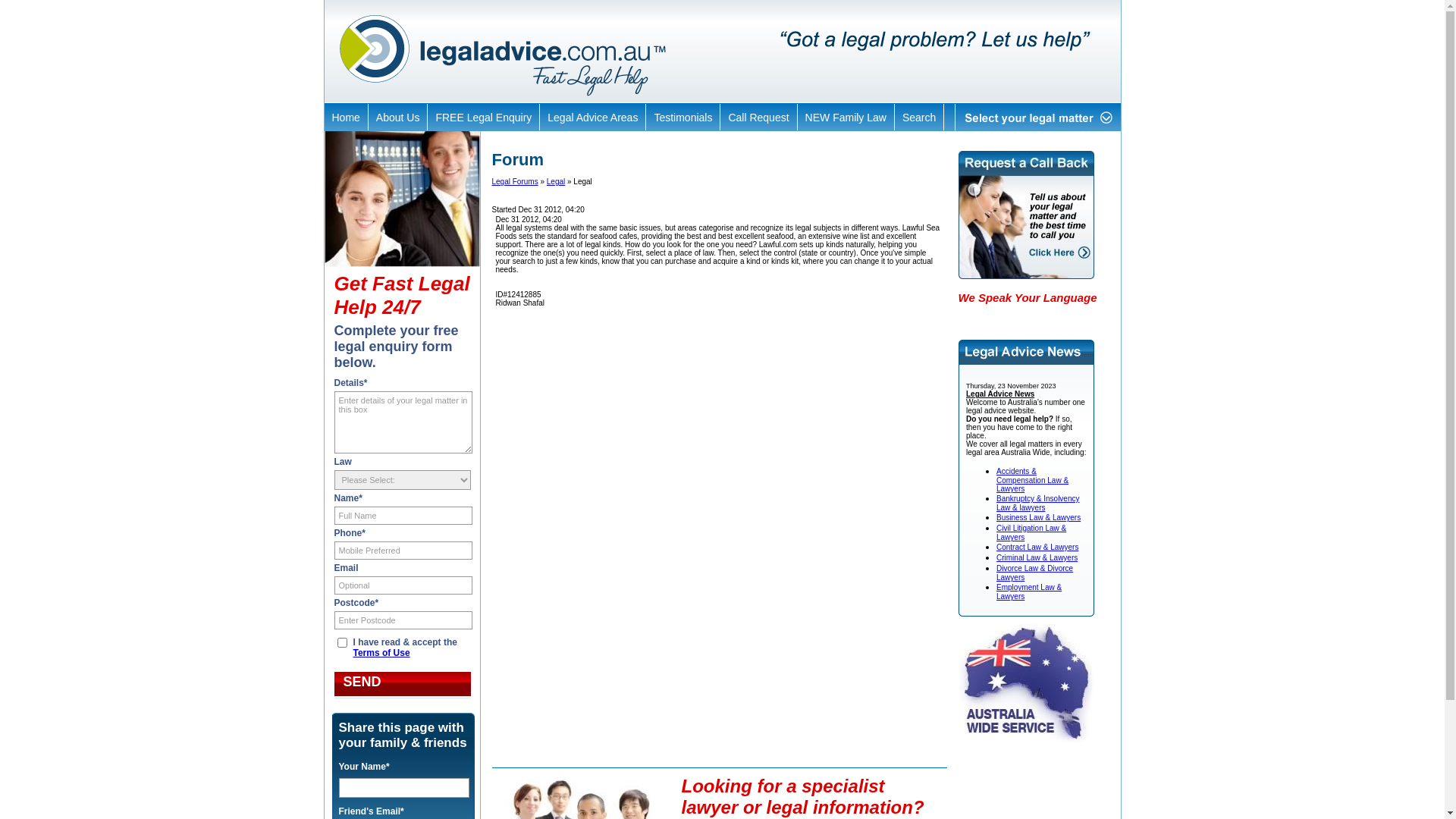 The image size is (1456, 819). Describe the element at coordinates (514, 180) in the screenshot. I see `'Legal Forums'` at that location.